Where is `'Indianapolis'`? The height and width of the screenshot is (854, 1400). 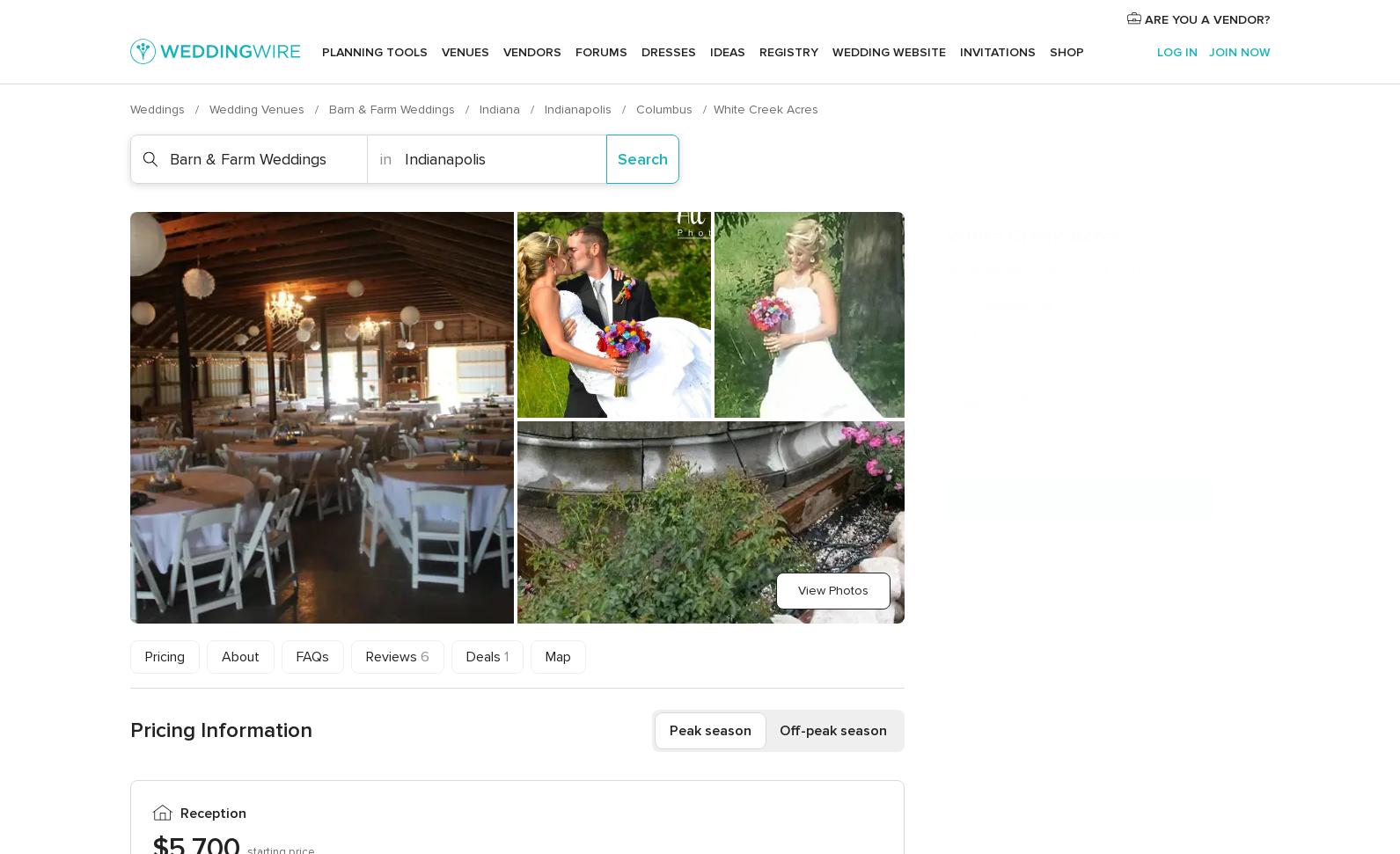
'Indianapolis' is located at coordinates (579, 109).